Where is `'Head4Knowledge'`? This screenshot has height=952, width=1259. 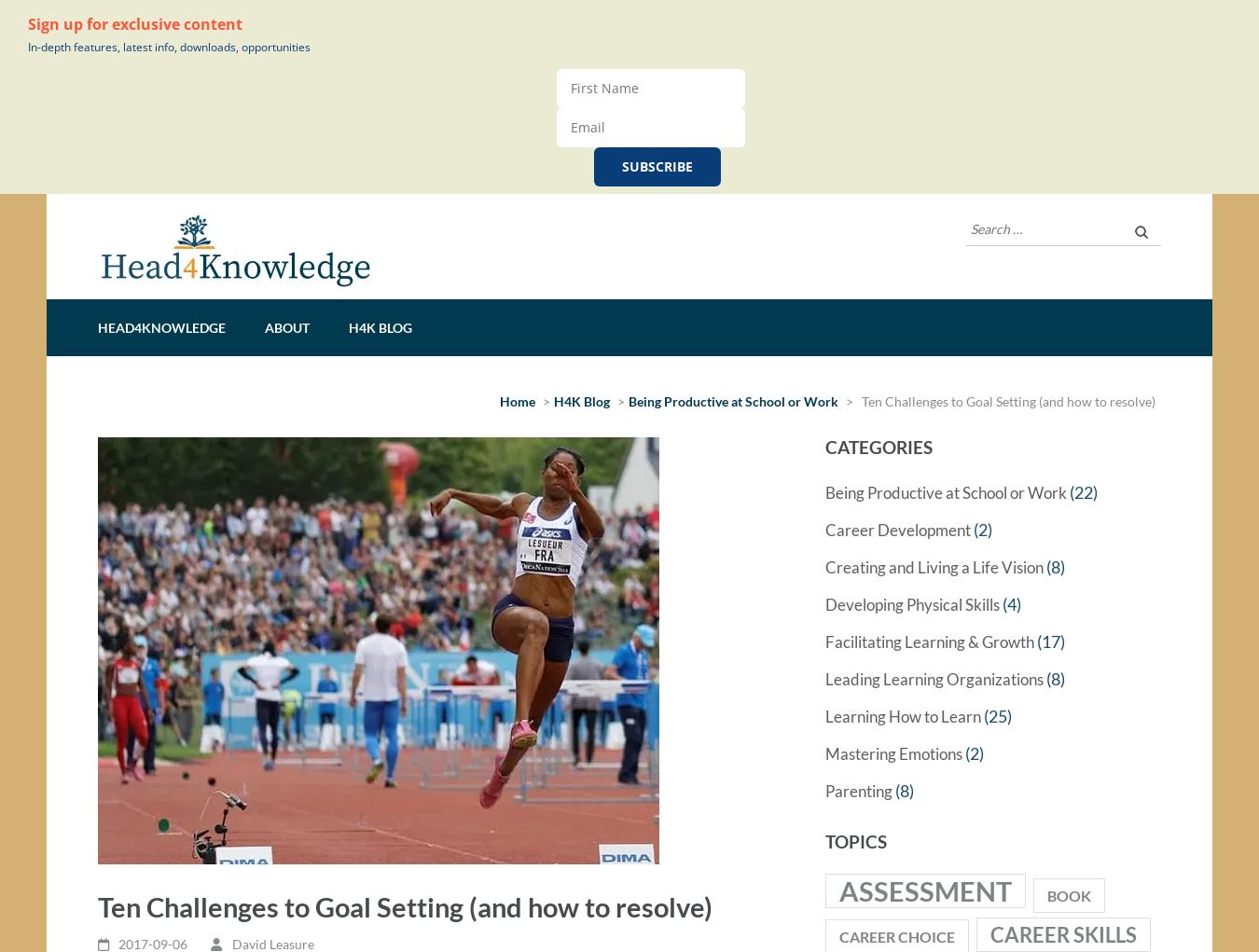
'Head4Knowledge' is located at coordinates (97, 310).